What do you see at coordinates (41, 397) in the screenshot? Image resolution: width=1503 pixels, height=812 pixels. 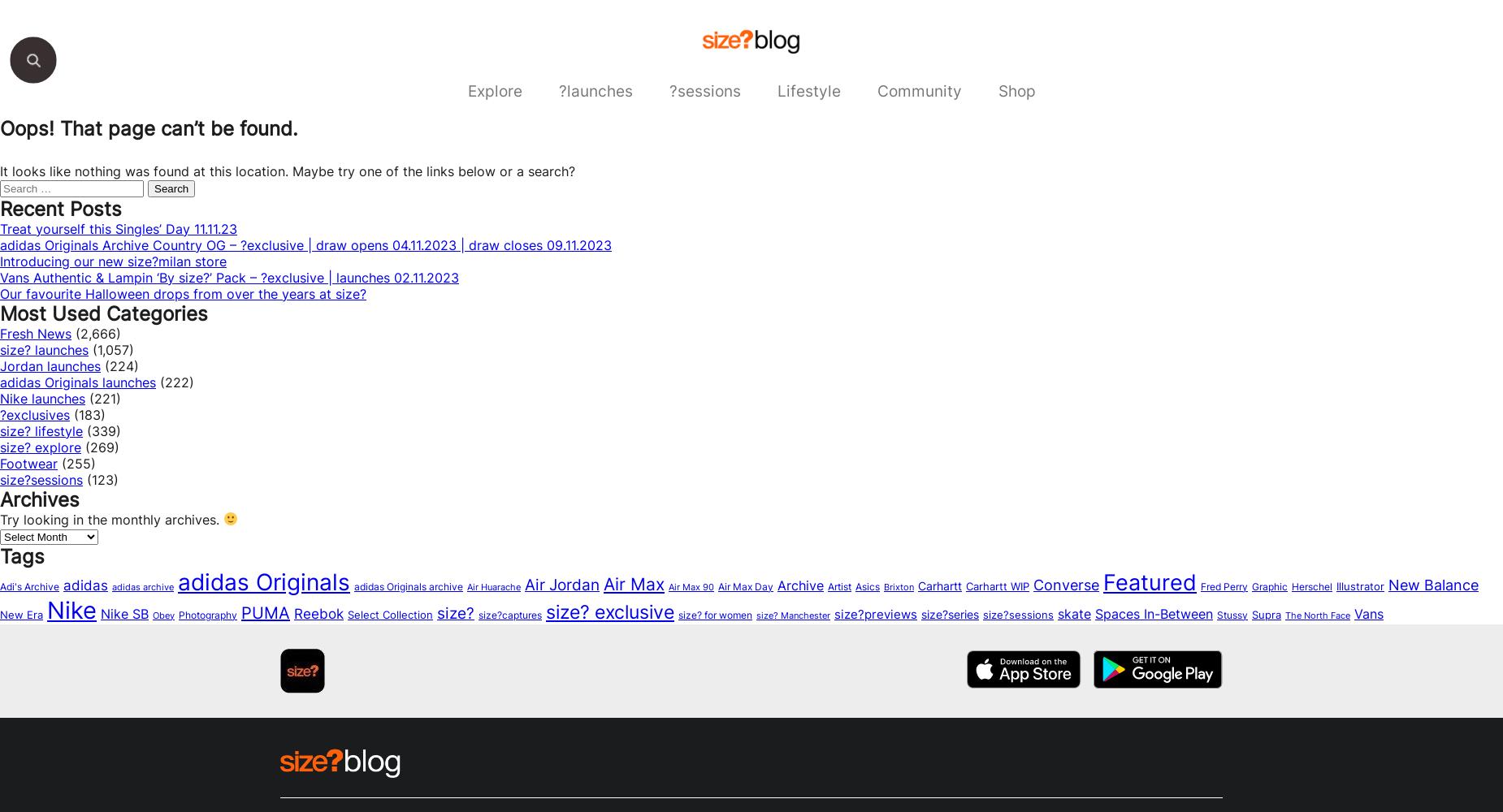 I see `'Nike launches'` at bounding box center [41, 397].